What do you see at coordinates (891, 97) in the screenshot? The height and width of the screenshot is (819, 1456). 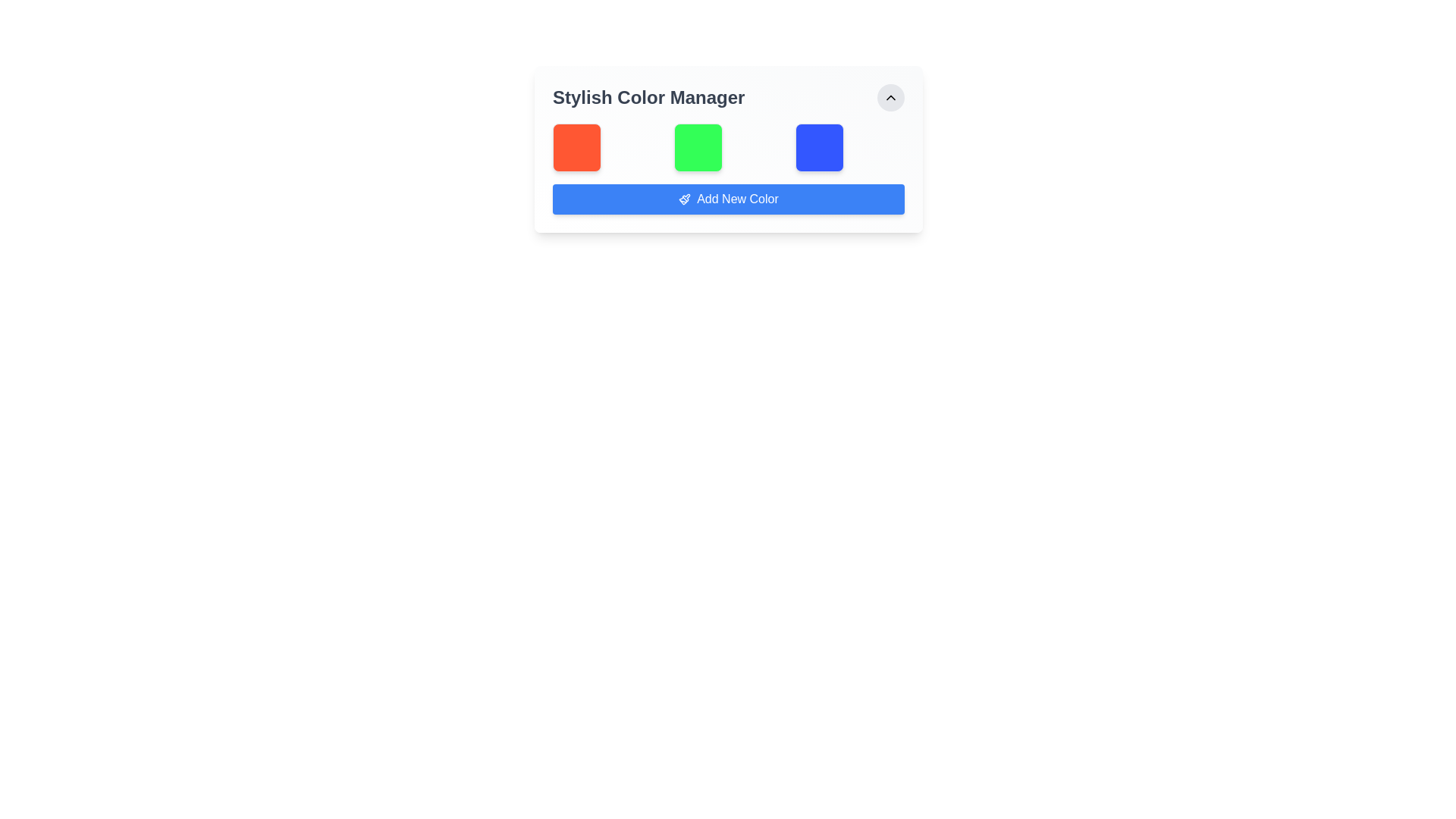 I see `the circular button in the top-right corner of the 'Stylish Color Manager' card that is adjacent to the title` at bounding box center [891, 97].